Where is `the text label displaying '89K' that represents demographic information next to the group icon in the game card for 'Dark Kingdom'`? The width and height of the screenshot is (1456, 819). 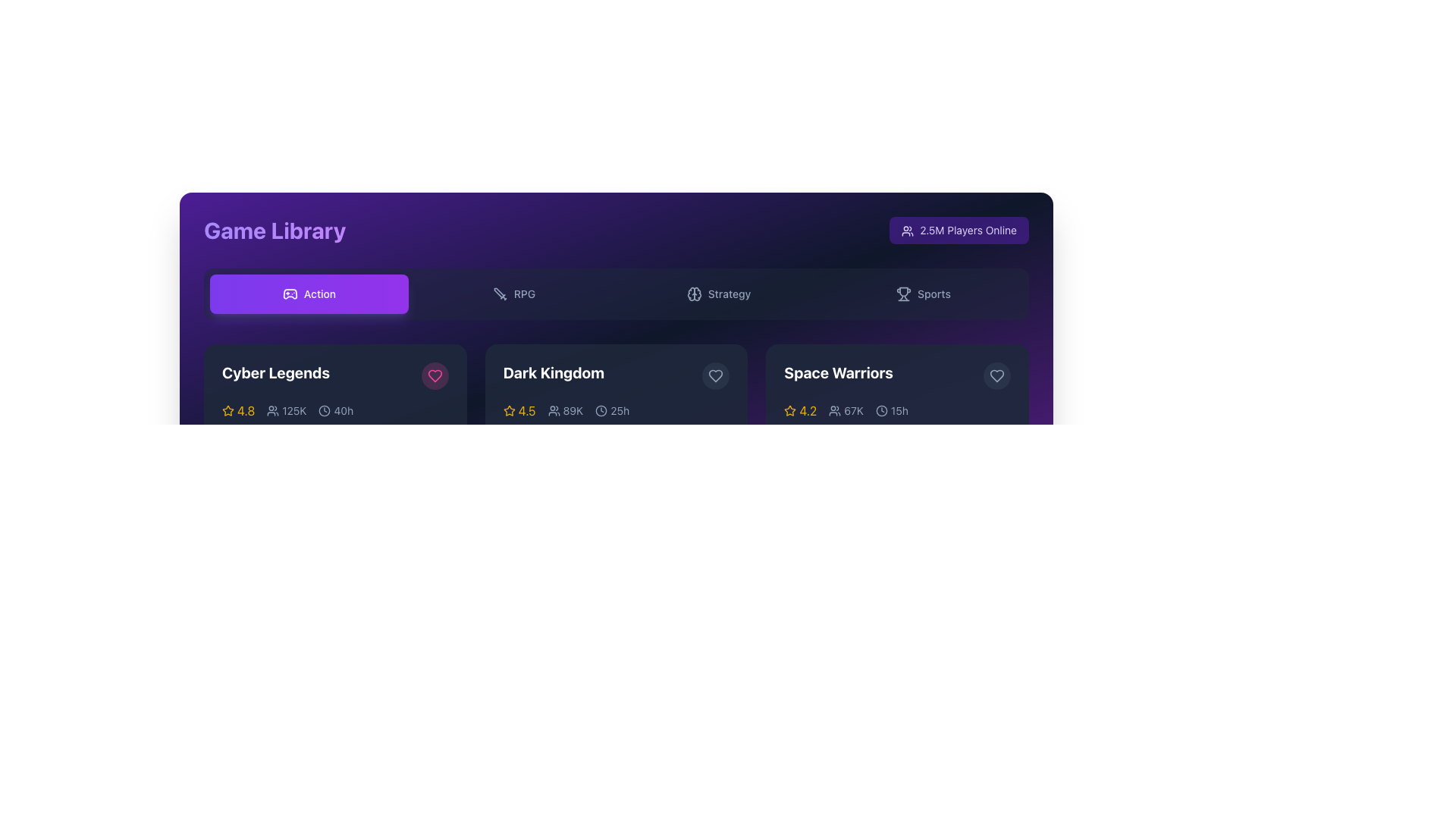 the text label displaying '89K' that represents demographic information next to the group icon in the game card for 'Dark Kingdom' is located at coordinates (572, 411).